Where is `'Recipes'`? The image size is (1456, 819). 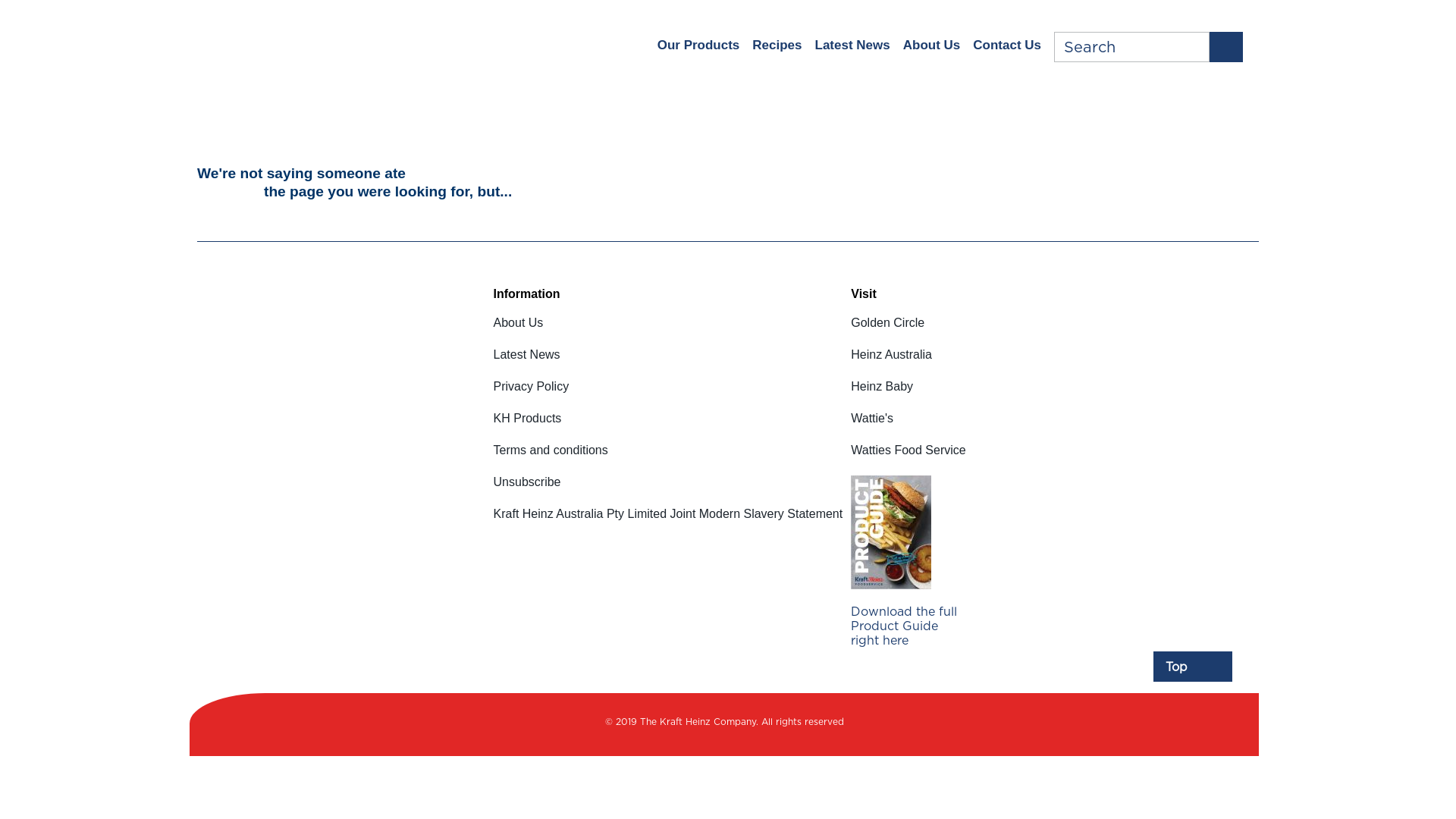
'Recipes' is located at coordinates (777, 45).